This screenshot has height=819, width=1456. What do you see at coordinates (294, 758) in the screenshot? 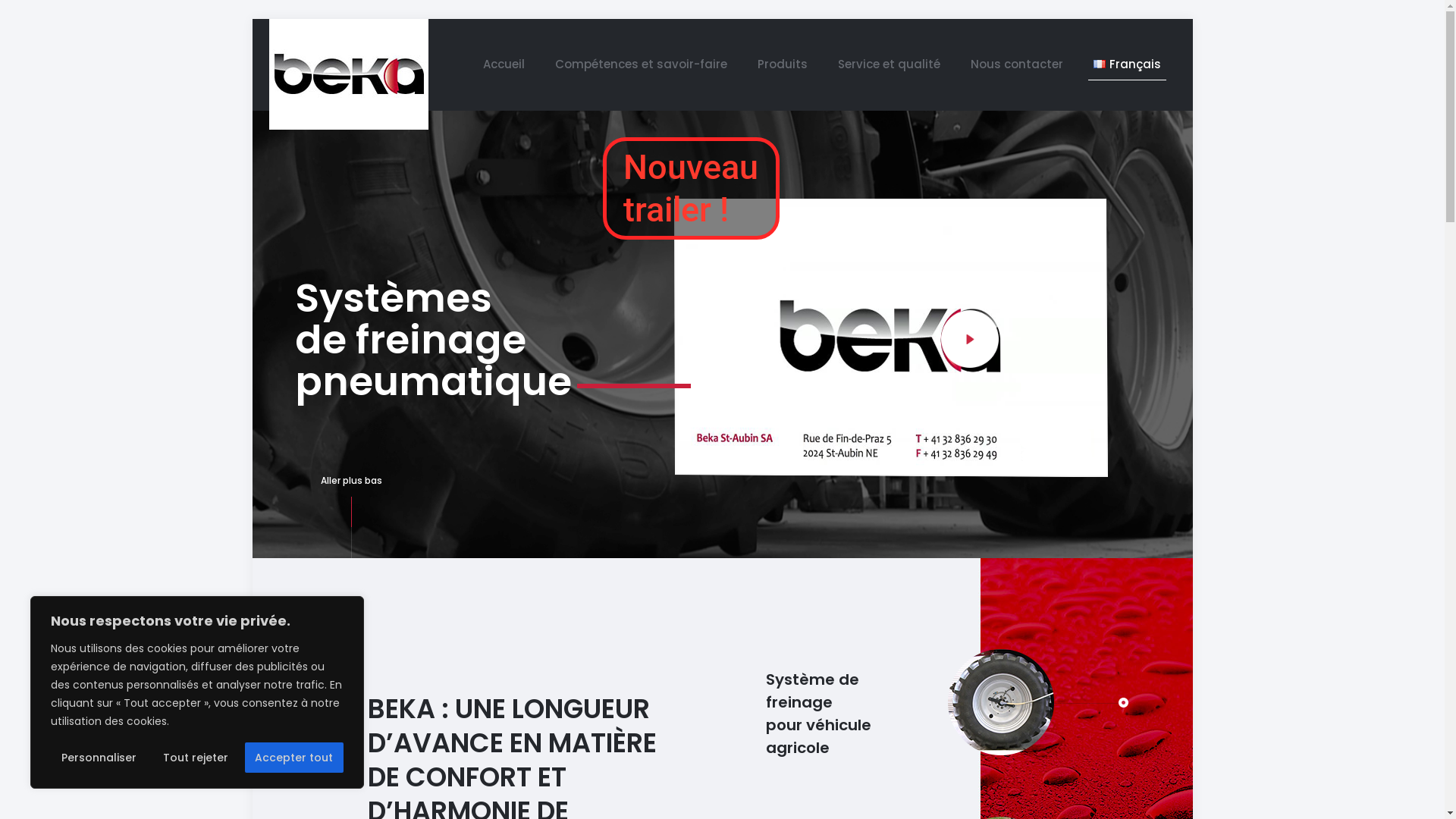
I see `'Accepter tout'` at bounding box center [294, 758].